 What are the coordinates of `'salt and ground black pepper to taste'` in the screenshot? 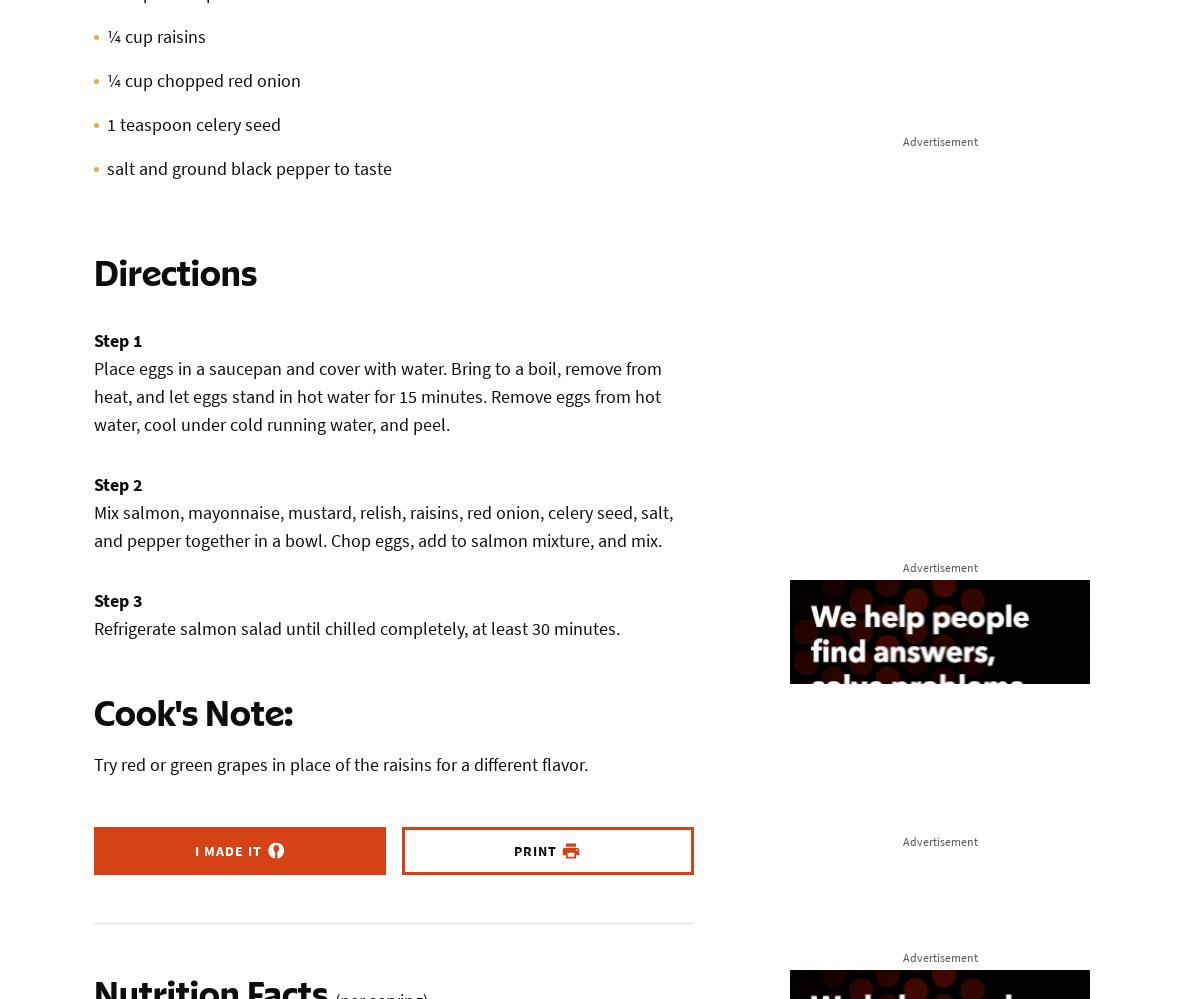 It's located at (249, 167).